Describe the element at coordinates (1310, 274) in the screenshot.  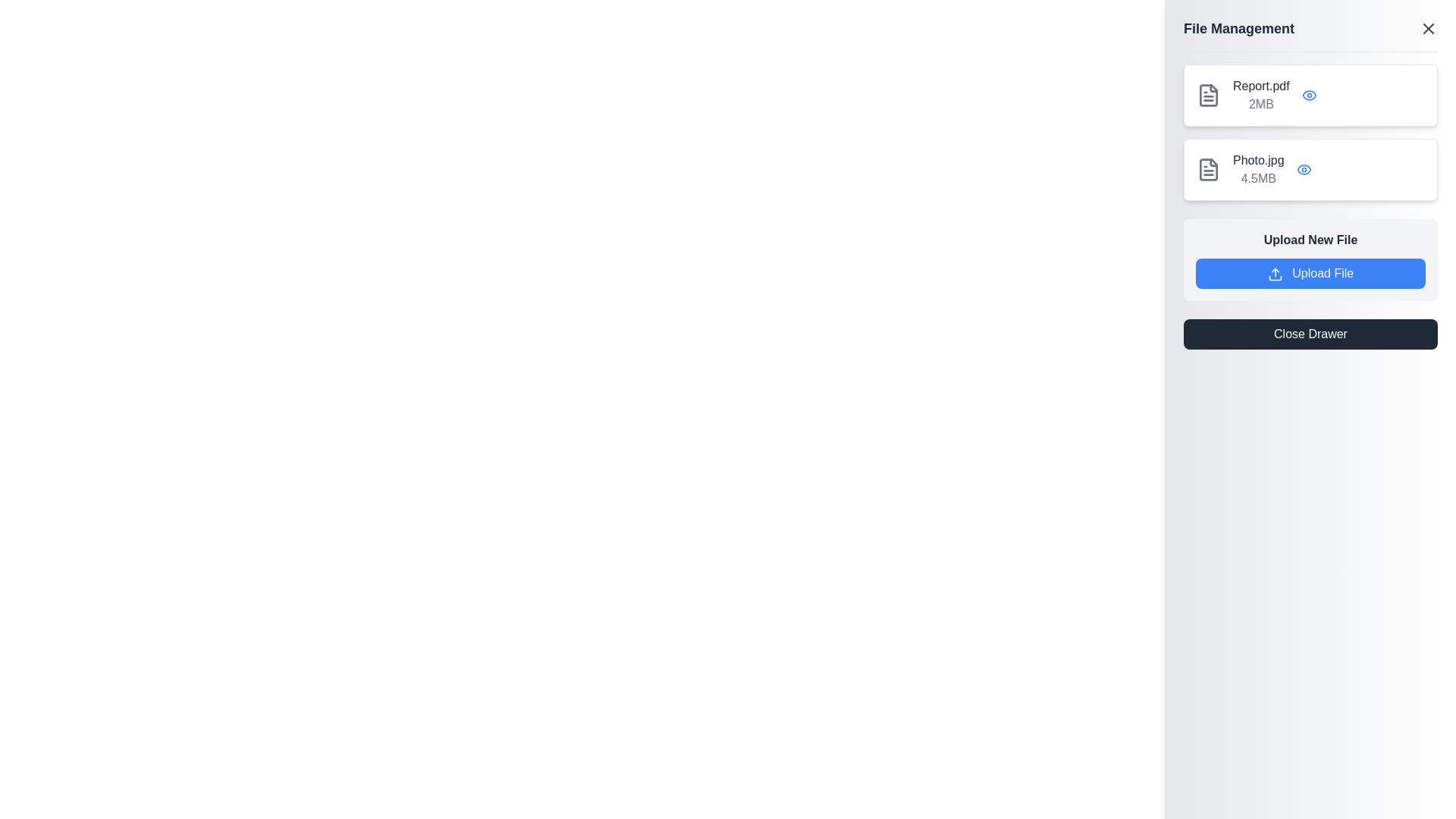
I see `the 'Upload File' button, which is a rectangular button with rounded corners, light blue background, and white text, to initiate the file upload process` at that location.